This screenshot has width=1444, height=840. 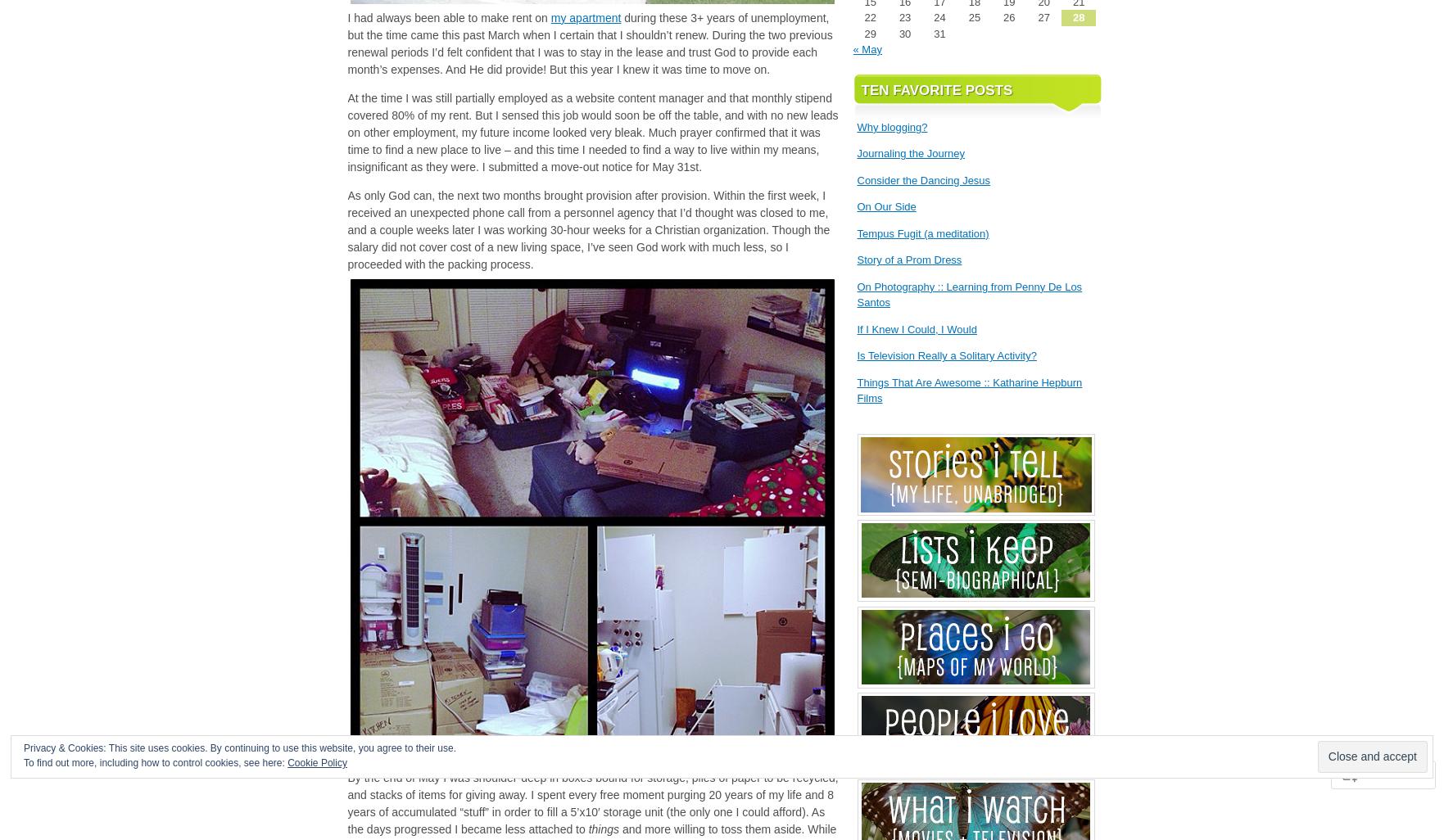 What do you see at coordinates (1361, 775) in the screenshot?
I see `'Follow'` at bounding box center [1361, 775].